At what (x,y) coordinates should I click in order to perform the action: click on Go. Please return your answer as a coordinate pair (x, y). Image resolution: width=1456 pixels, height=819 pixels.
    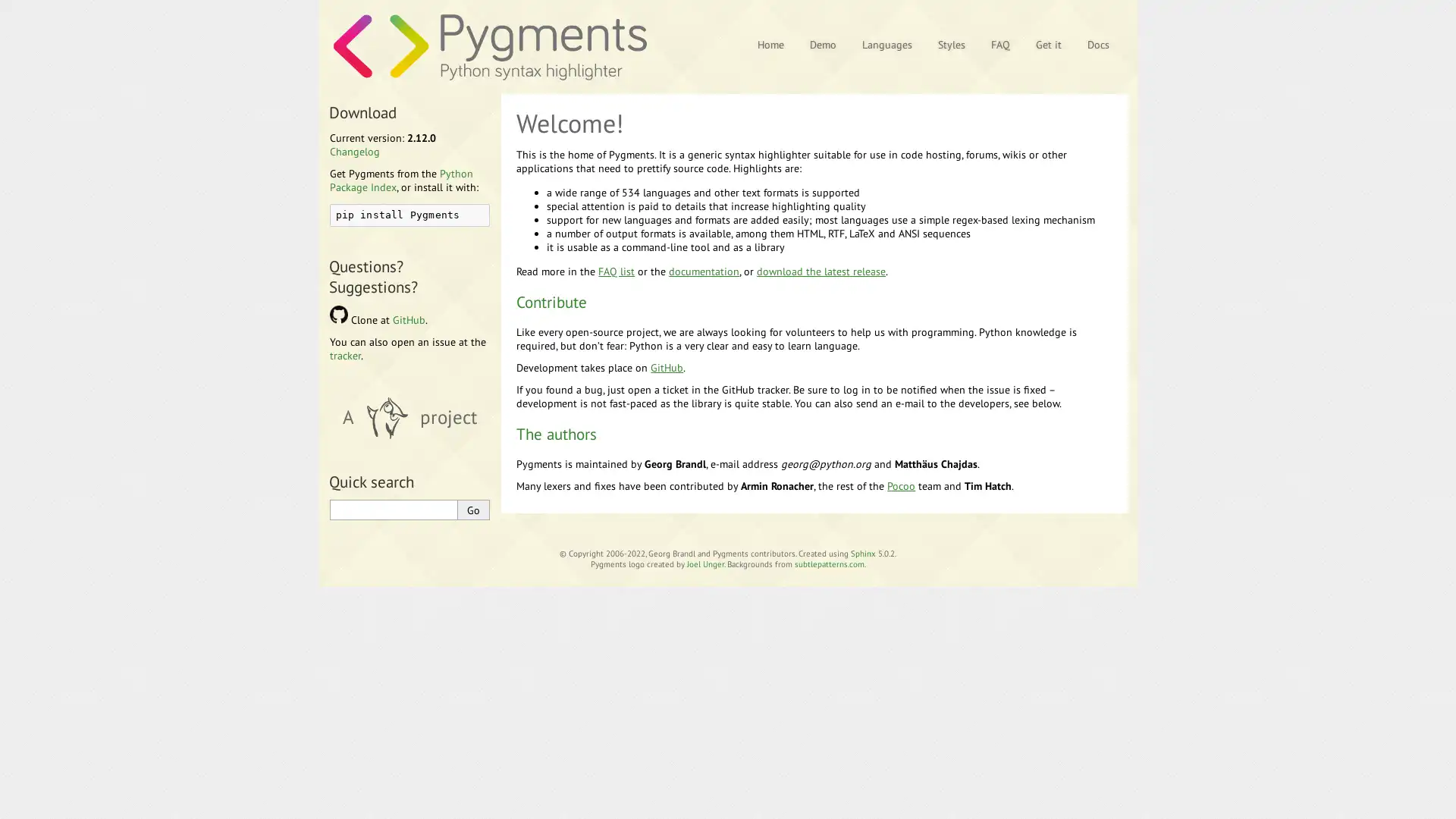
    Looking at the image, I should click on (472, 510).